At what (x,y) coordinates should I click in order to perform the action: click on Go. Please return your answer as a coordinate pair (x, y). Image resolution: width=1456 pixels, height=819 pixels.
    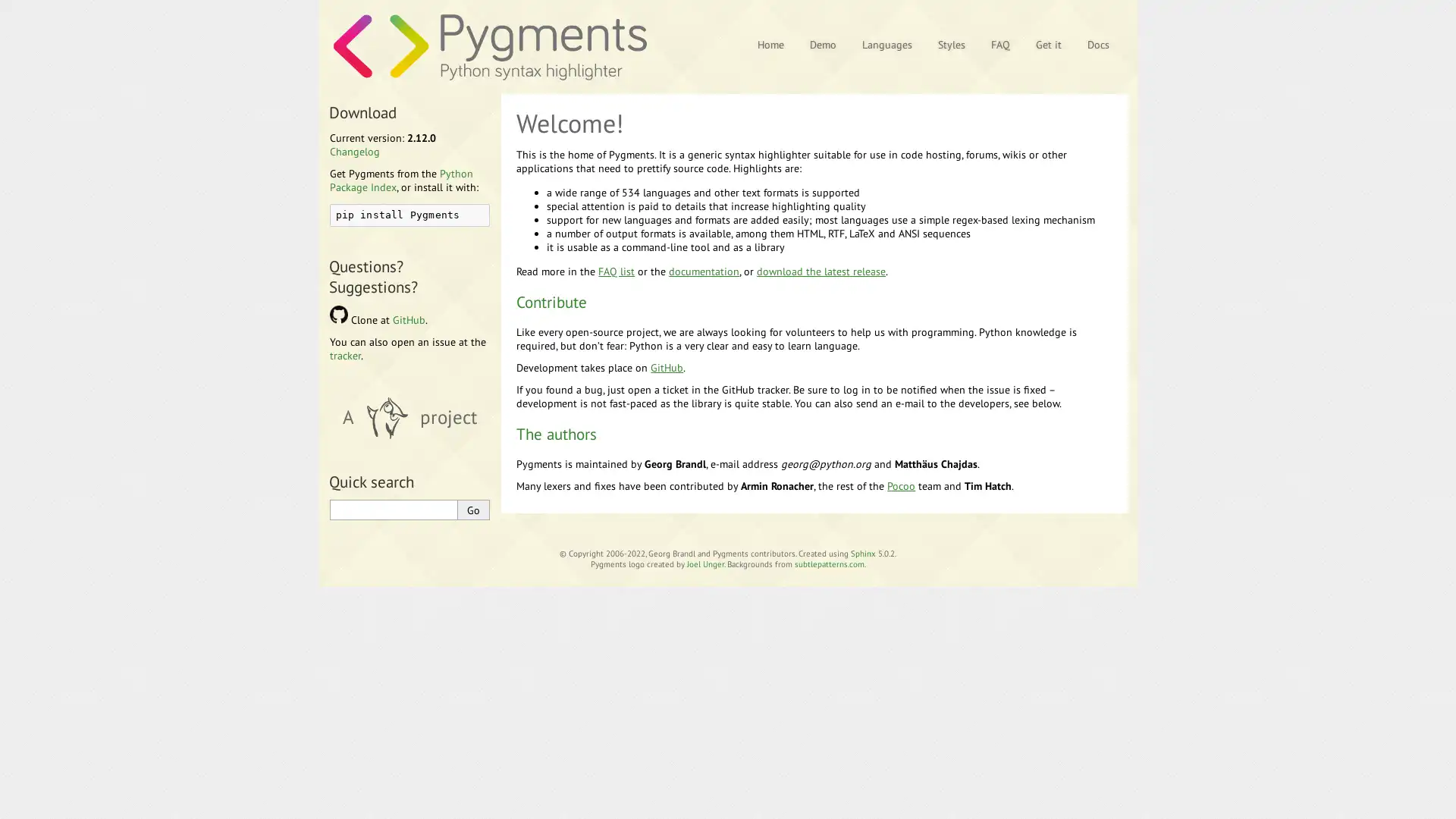
    Looking at the image, I should click on (472, 510).